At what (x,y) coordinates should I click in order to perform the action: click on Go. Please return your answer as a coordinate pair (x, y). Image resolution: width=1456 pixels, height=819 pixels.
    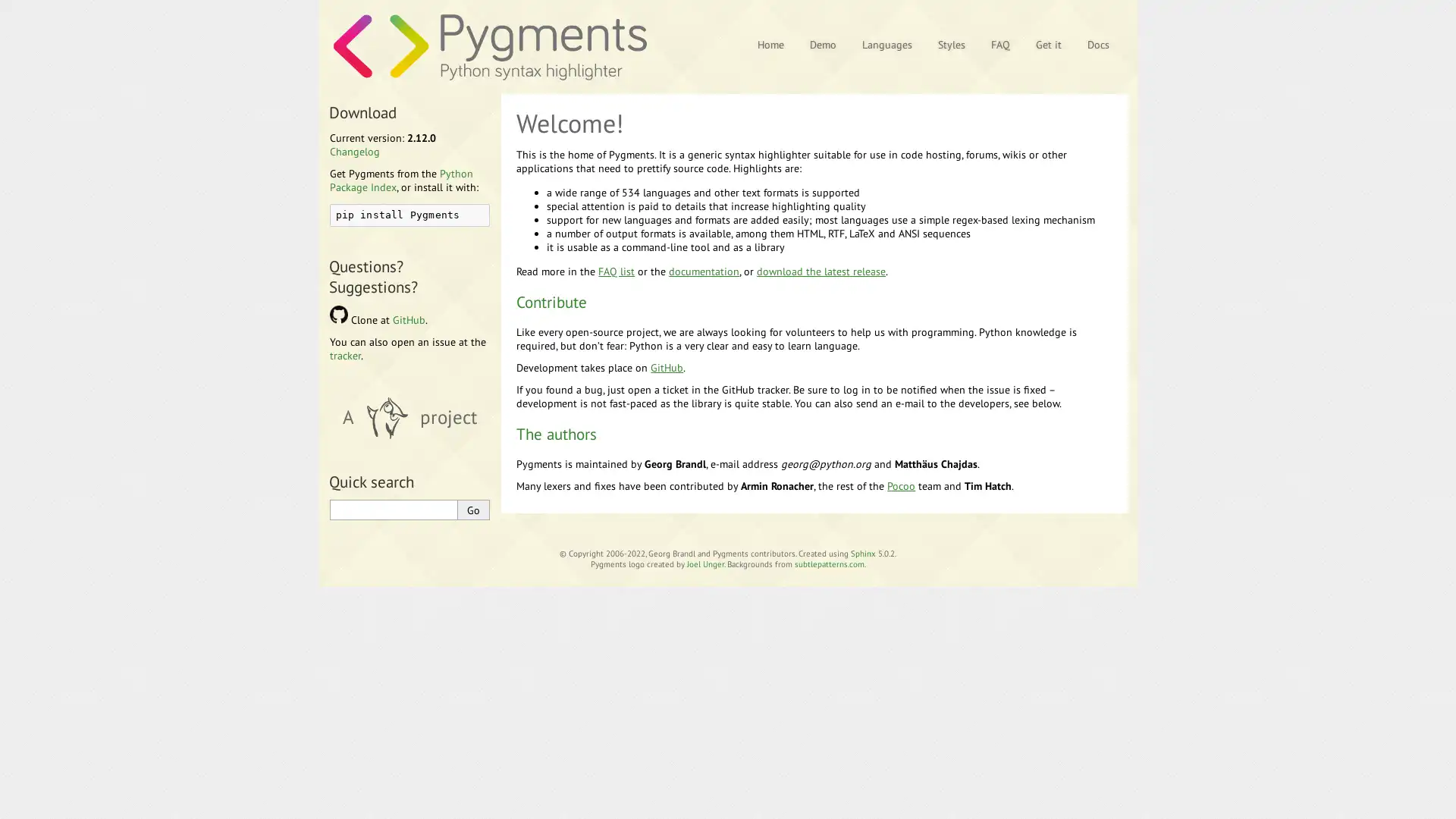
    Looking at the image, I should click on (472, 510).